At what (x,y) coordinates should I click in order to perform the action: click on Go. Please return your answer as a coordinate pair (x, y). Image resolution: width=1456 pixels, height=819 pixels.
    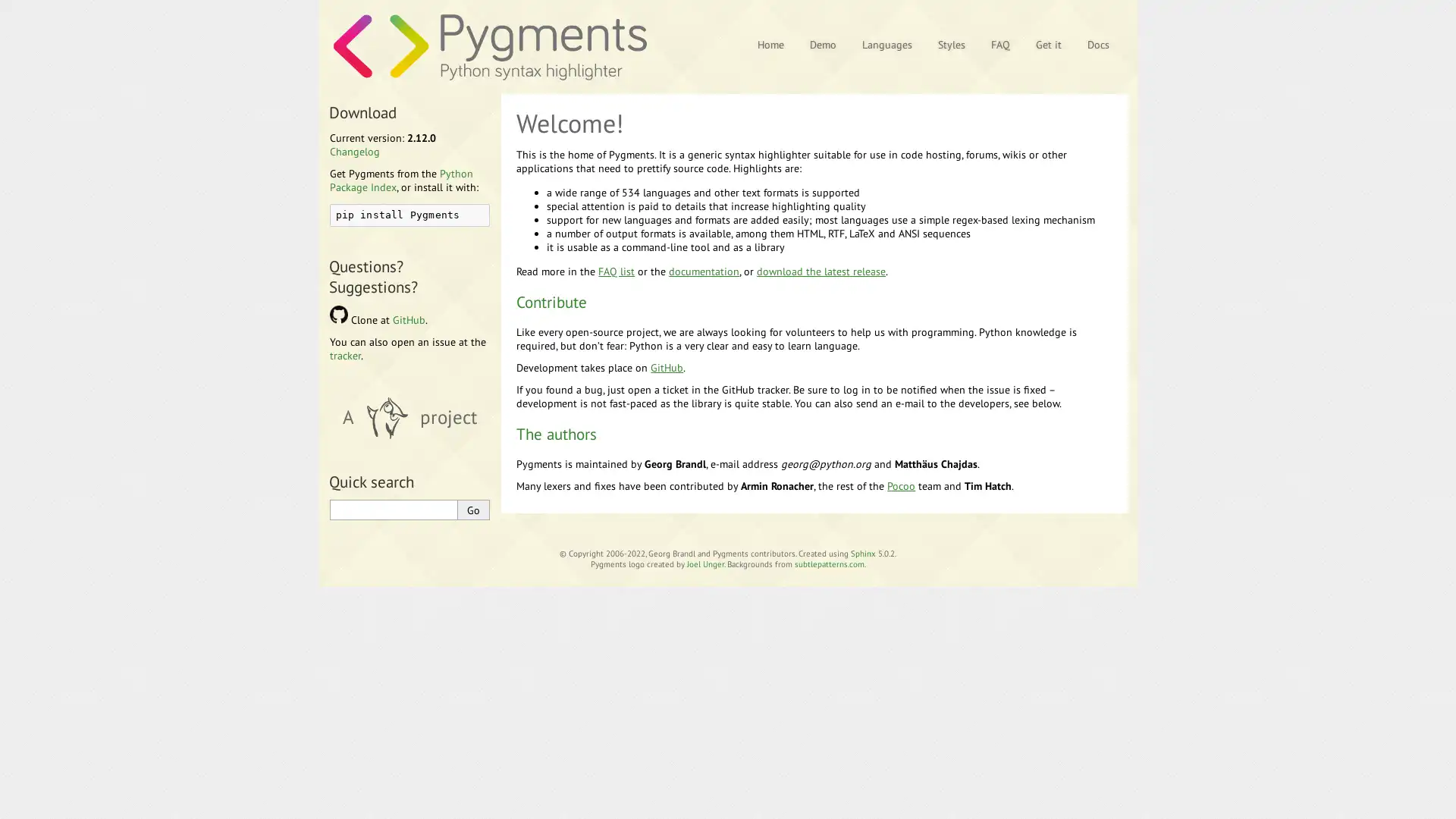
    Looking at the image, I should click on (472, 510).